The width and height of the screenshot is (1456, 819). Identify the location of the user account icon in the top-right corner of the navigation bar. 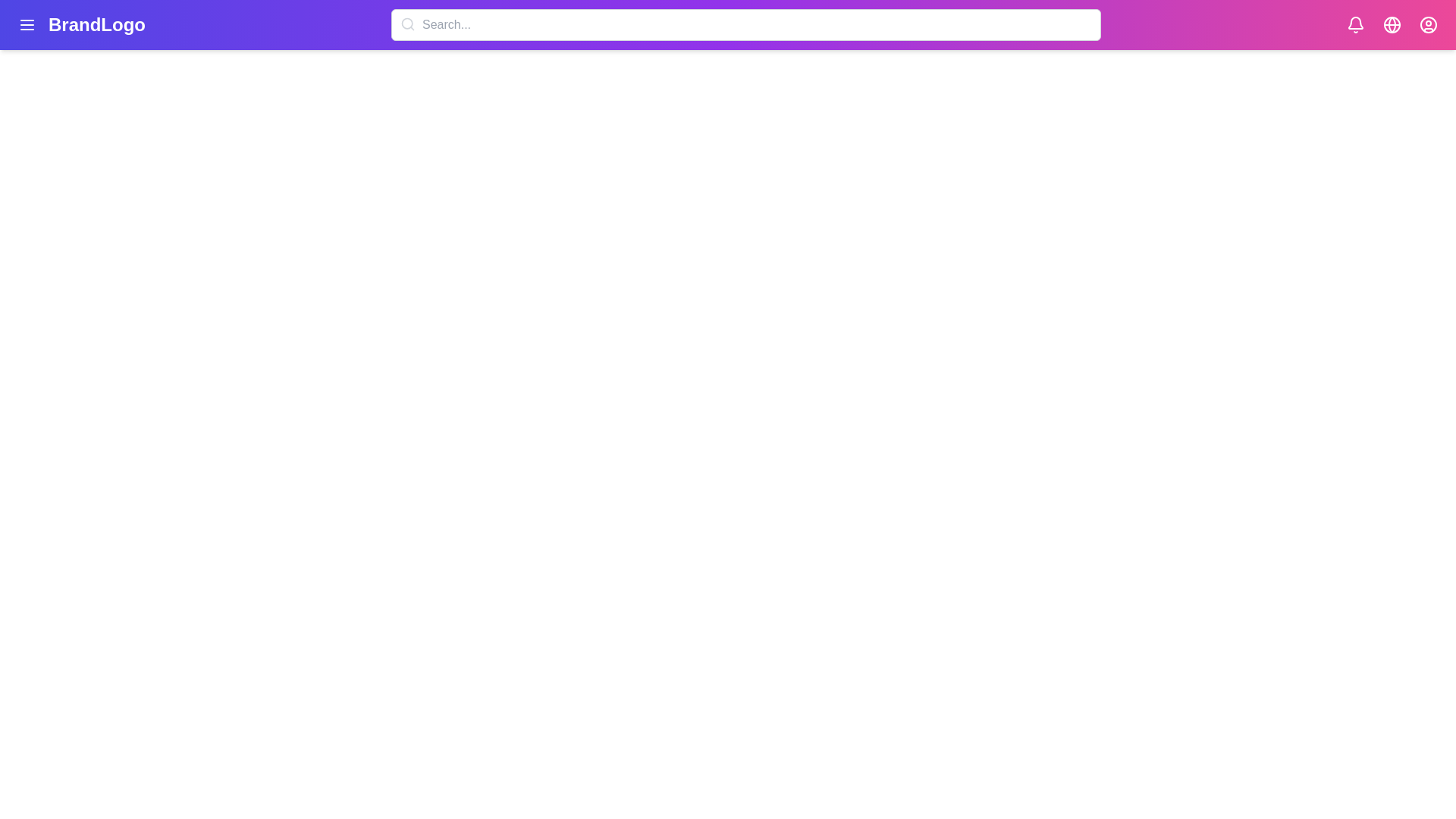
(1427, 25).